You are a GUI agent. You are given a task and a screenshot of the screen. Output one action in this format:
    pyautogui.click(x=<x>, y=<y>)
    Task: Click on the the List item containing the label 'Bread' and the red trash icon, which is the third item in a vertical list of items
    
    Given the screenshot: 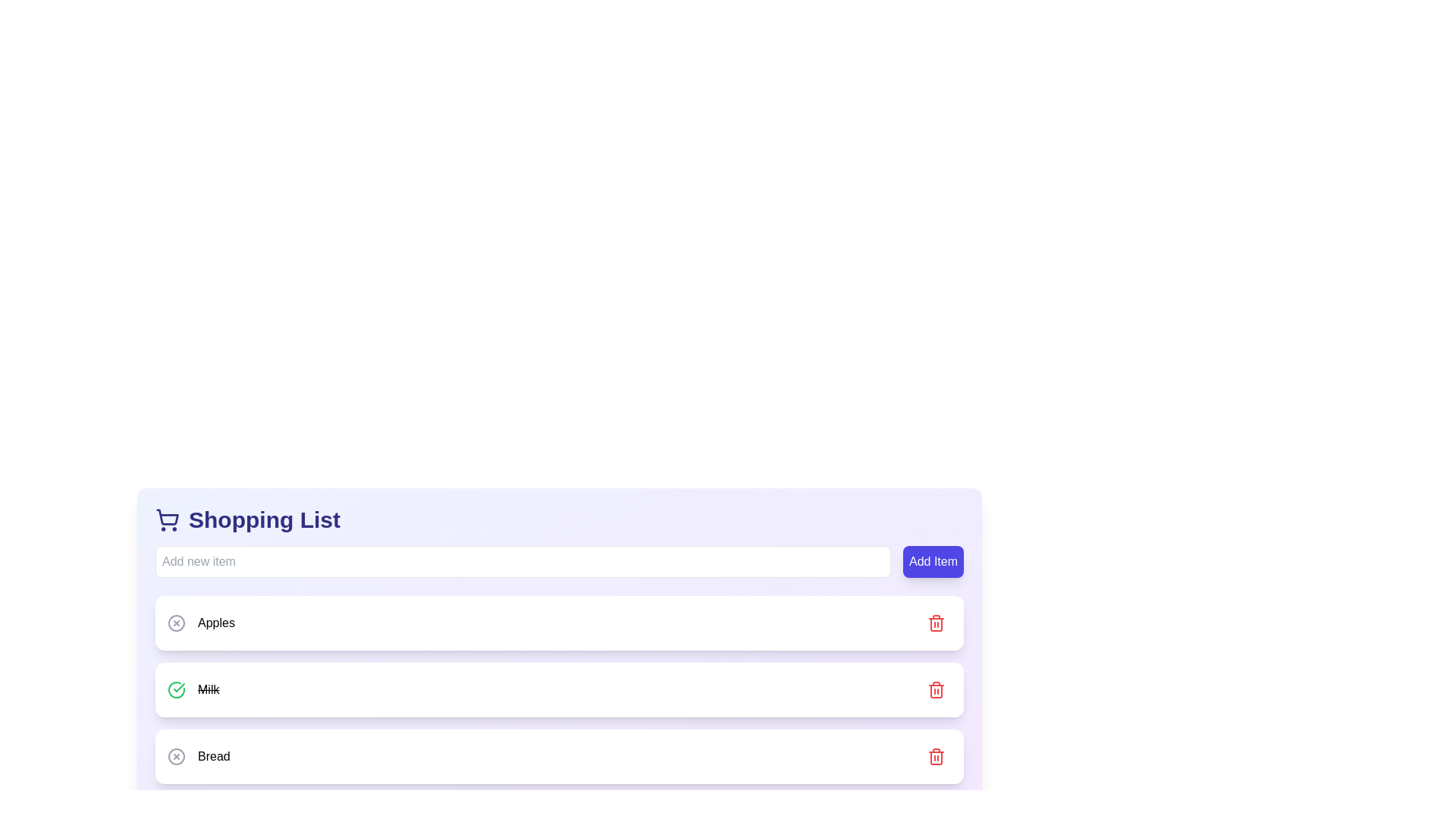 What is the action you would take?
    pyautogui.click(x=559, y=757)
    